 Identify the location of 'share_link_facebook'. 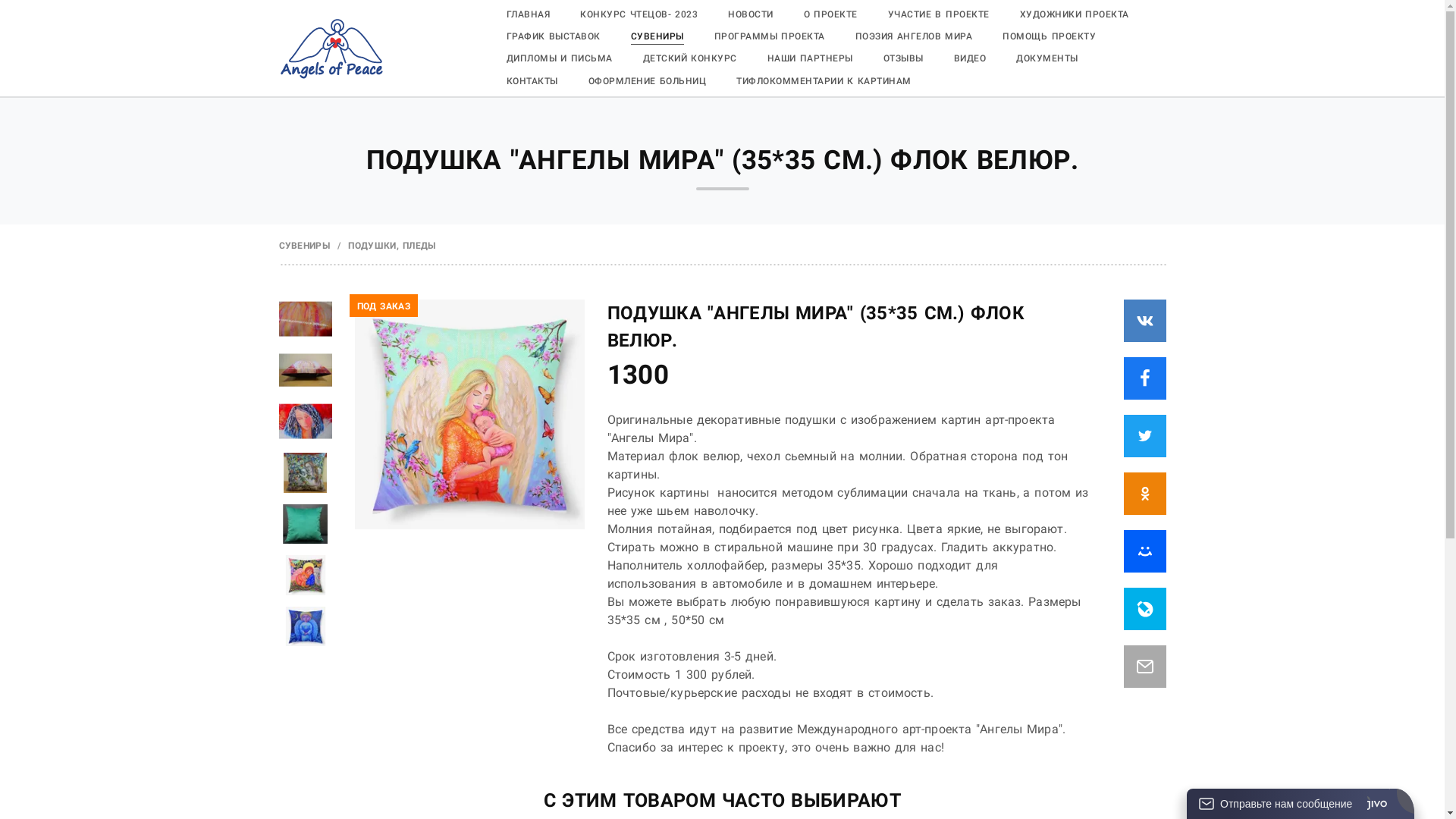
(1145, 377).